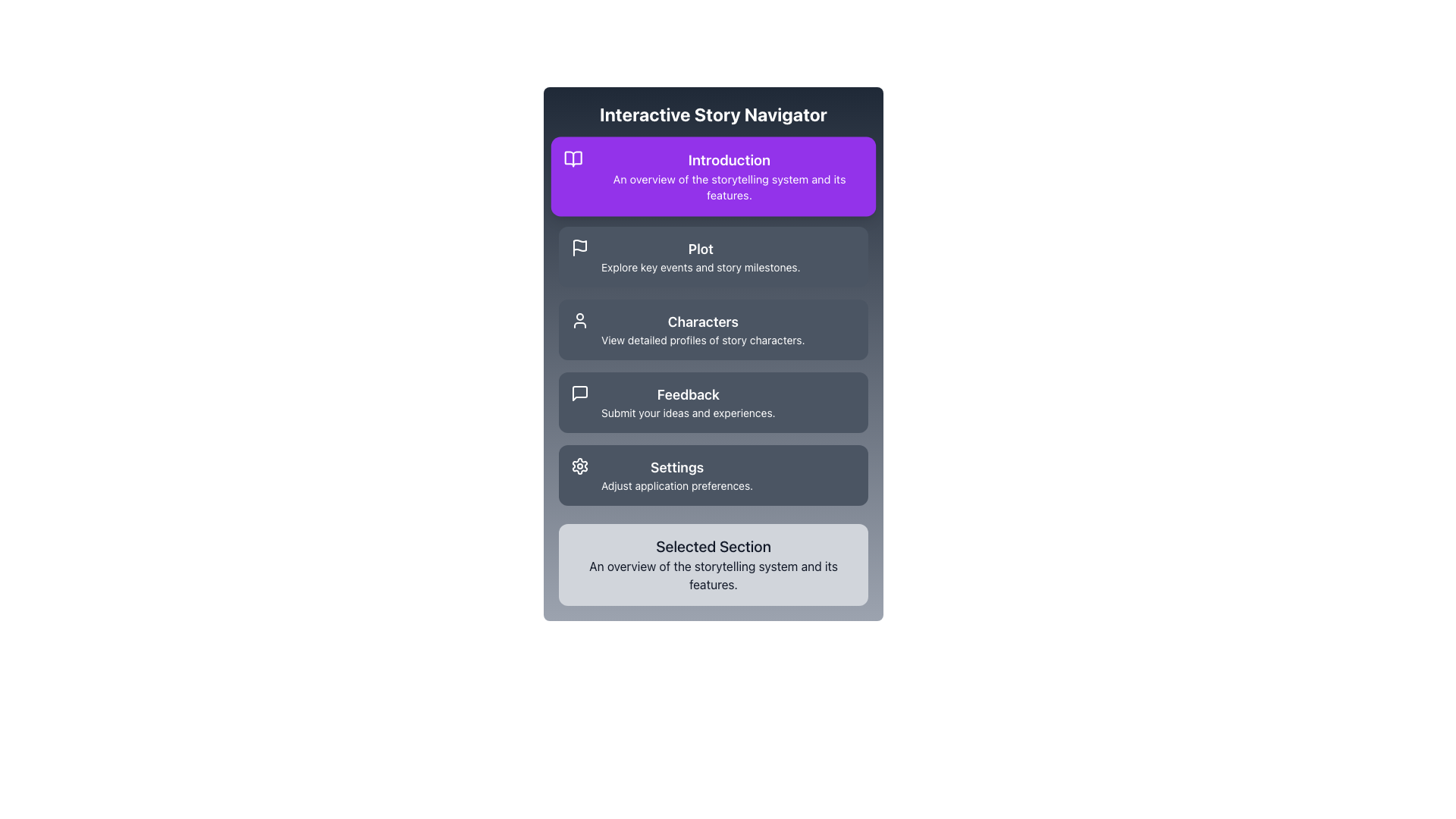 The width and height of the screenshot is (1456, 819). What do you see at coordinates (702, 329) in the screenshot?
I see `the 'Characters' text block in the menu` at bounding box center [702, 329].